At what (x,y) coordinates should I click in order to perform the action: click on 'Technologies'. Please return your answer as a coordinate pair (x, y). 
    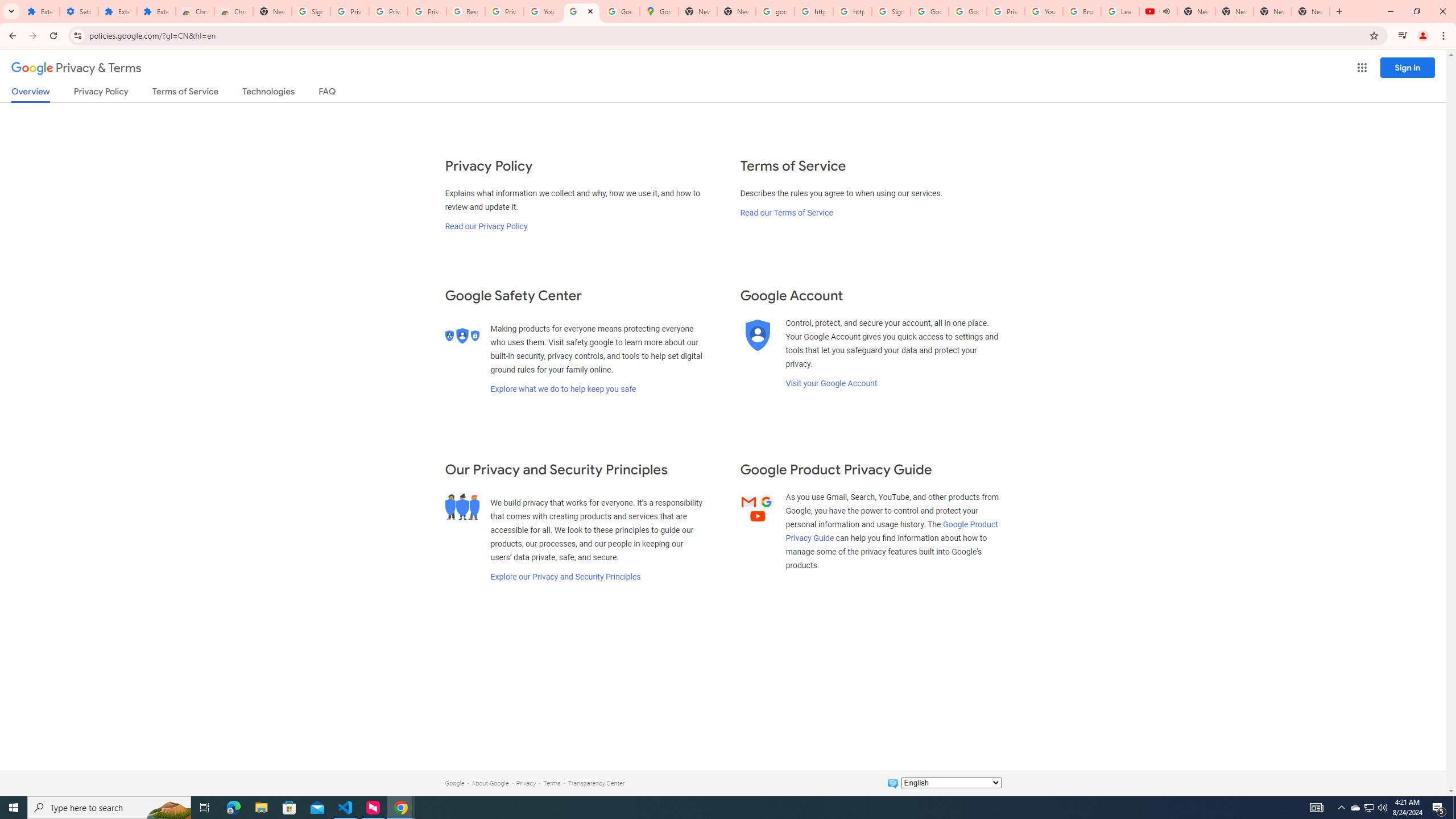
    Looking at the image, I should click on (268, 93).